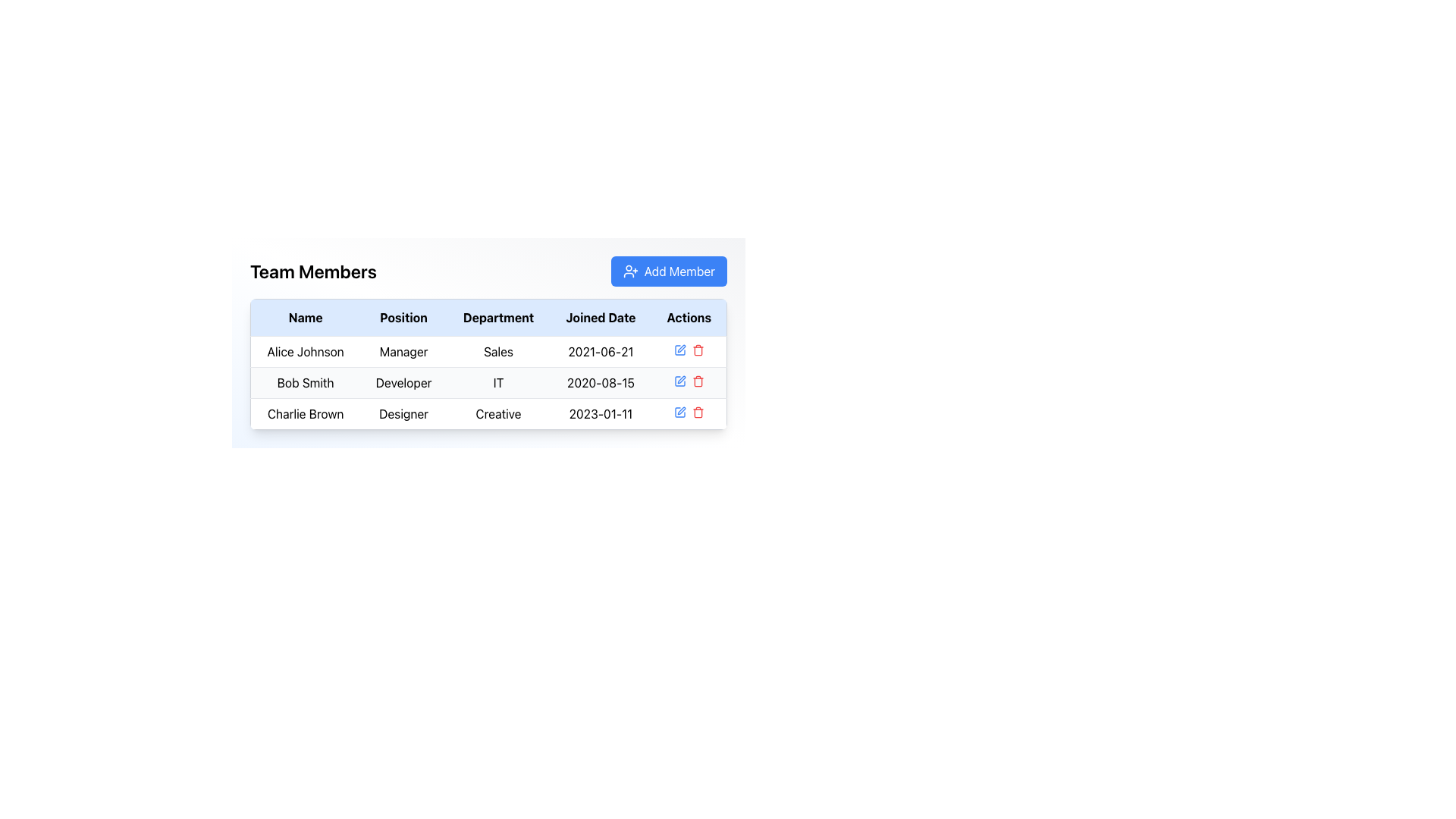 The height and width of the screenshot is (819, 1456). What do you see at coordinates (697, 413) in the screenshot?
I see `the trash icon associated with the entry labeled 'Charlie Brown' in the 'Actions' column of the table` at bounding box center [697, 413].